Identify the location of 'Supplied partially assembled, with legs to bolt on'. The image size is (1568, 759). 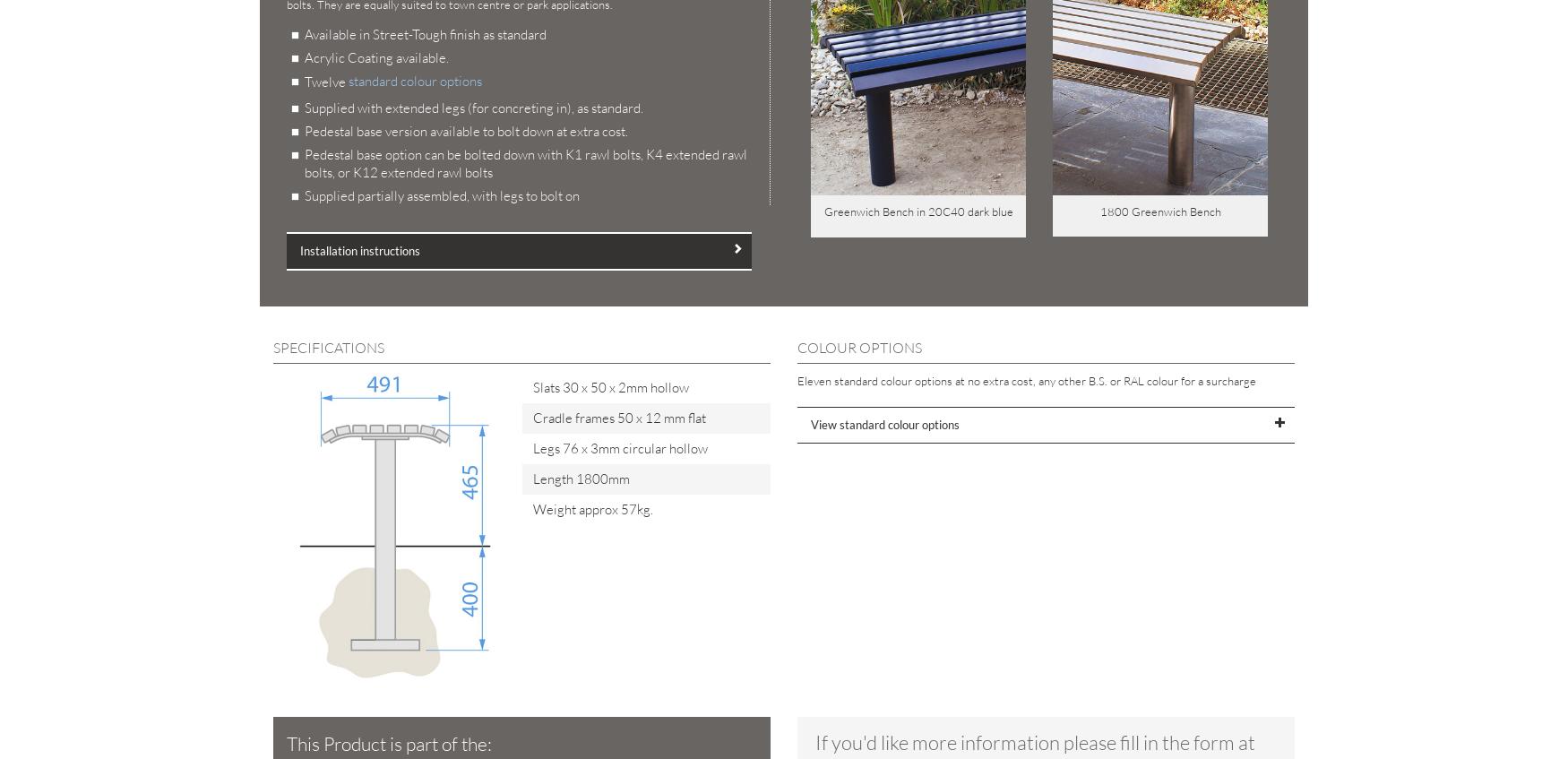
(442, 195).